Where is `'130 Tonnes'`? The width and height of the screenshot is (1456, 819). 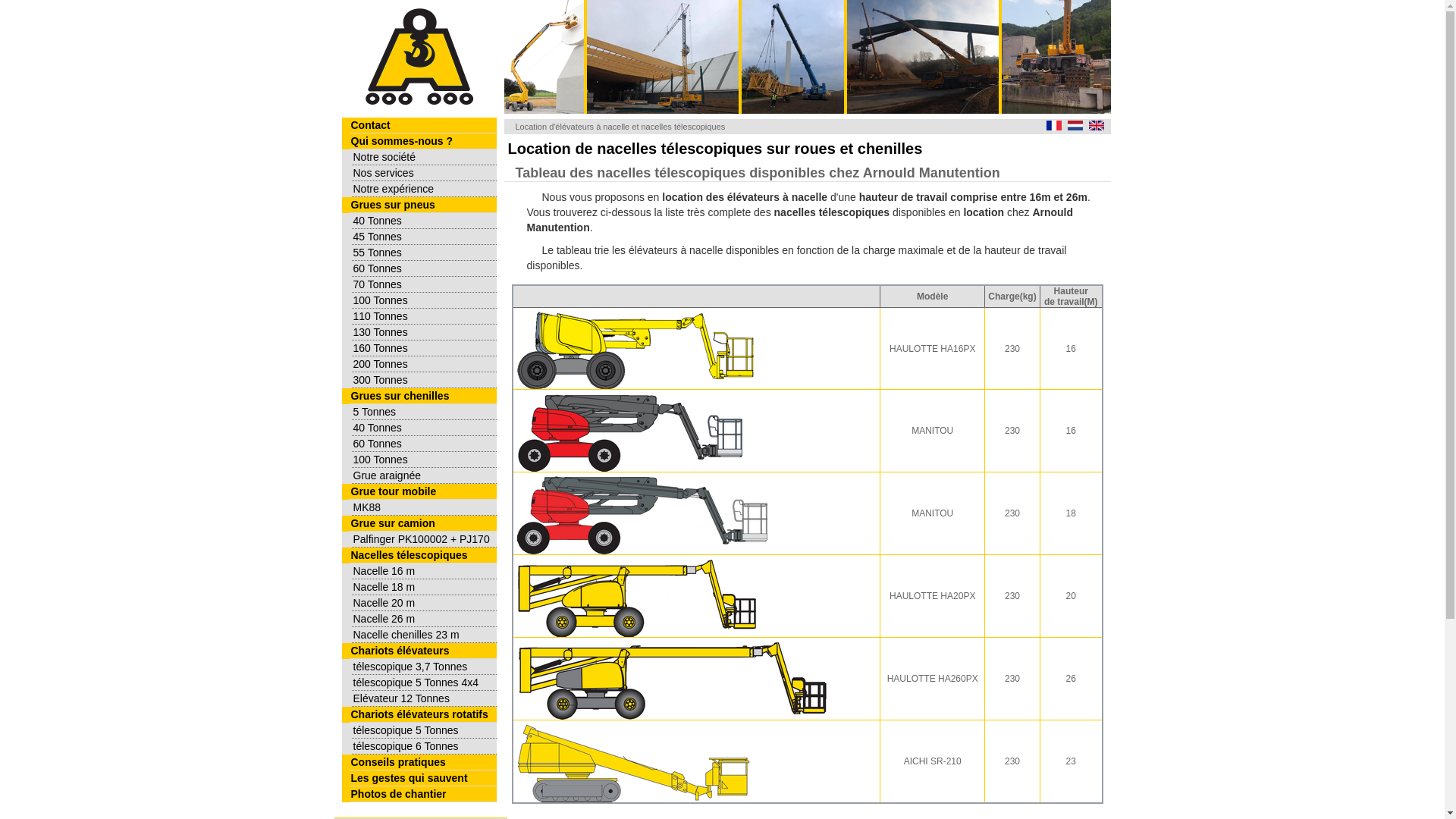
'130 Tonnes' is located at coordinates (351, 331).